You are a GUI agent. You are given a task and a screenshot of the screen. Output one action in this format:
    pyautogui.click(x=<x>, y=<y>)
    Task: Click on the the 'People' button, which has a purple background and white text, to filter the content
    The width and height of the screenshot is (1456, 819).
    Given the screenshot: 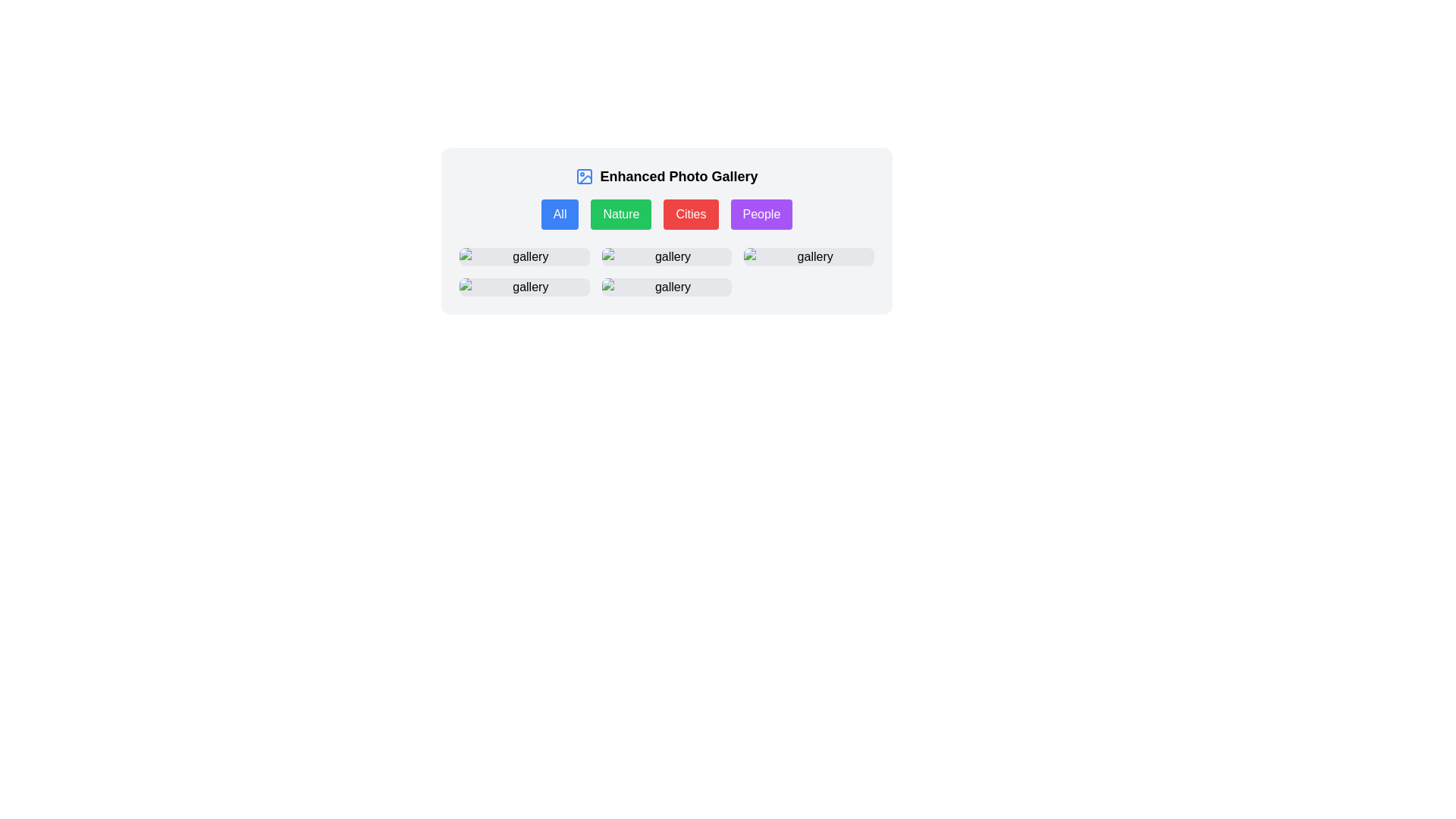 What is the action you would take?
    pyautogui.click(x=761, y=214)
    